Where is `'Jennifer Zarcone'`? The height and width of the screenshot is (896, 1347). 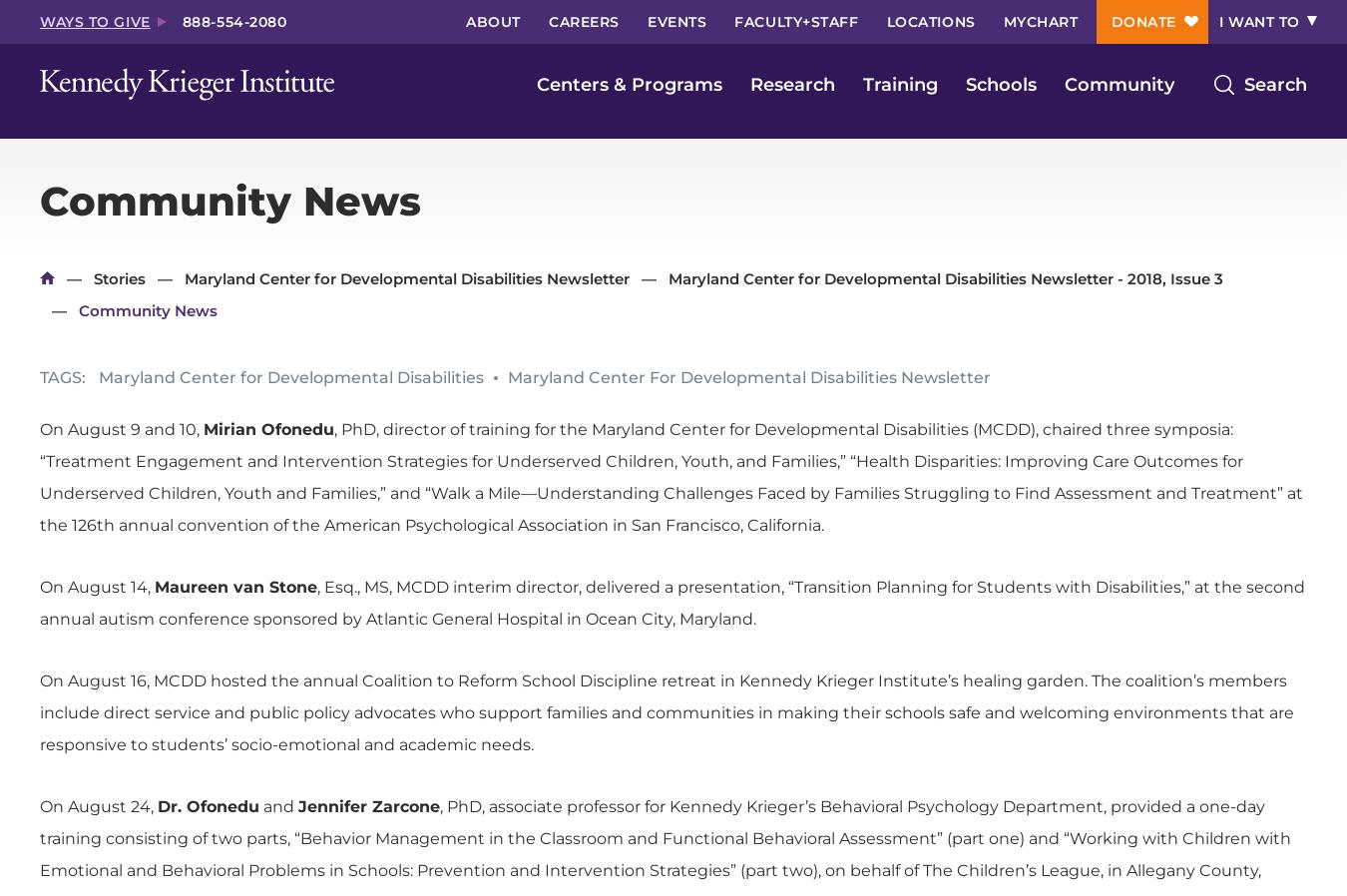
'Jennifer Zarcone' is located at coordinates (369, 806).